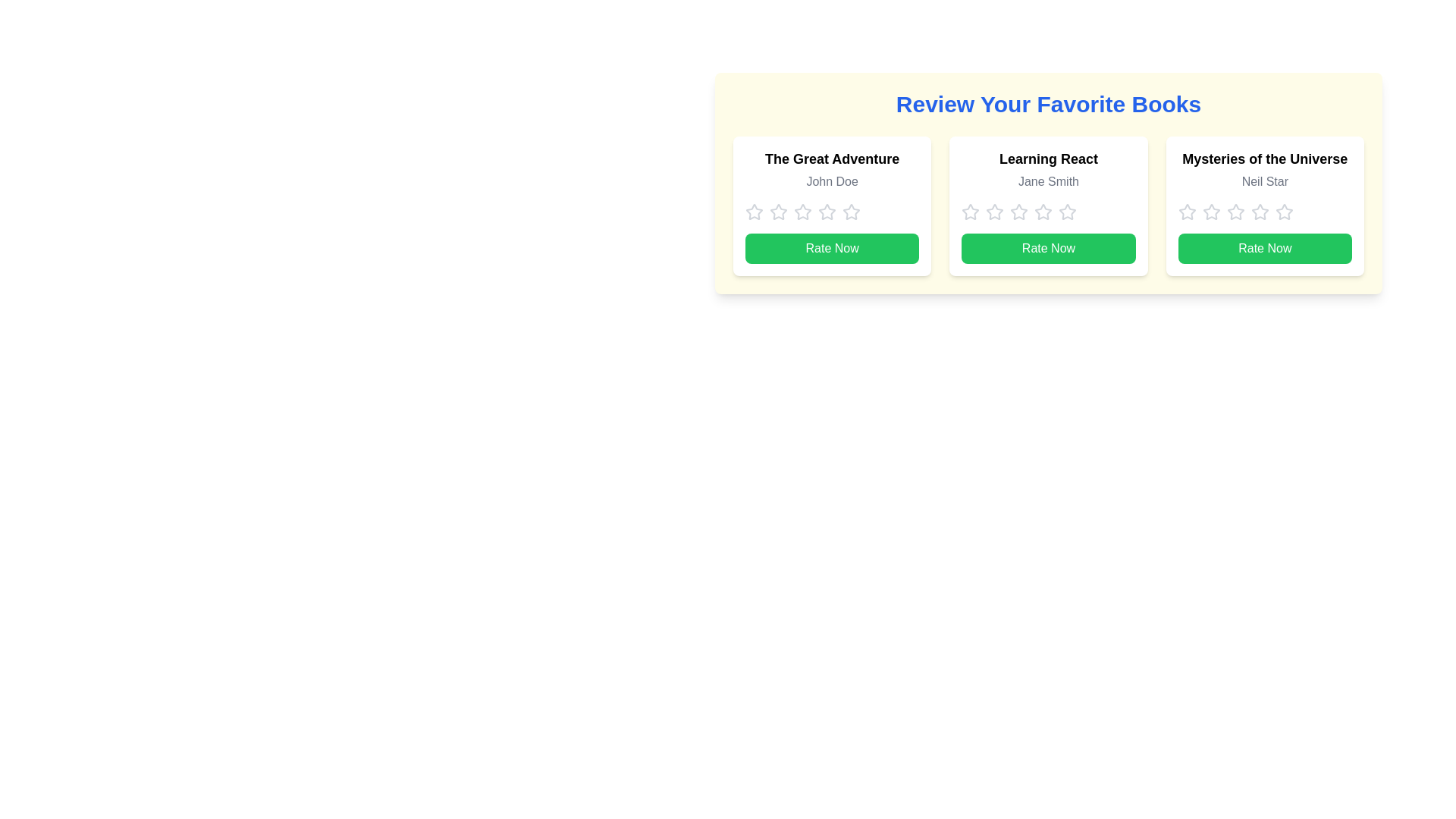 This screenshot has height=819, width=1456. Describe the element at coordinates (1265, 158) in the screenshot. I see `the text label that serves as the title of the card, which reads 'Mysteries of the Universe', located at the top section of the rightmost card among three cards` at that location.